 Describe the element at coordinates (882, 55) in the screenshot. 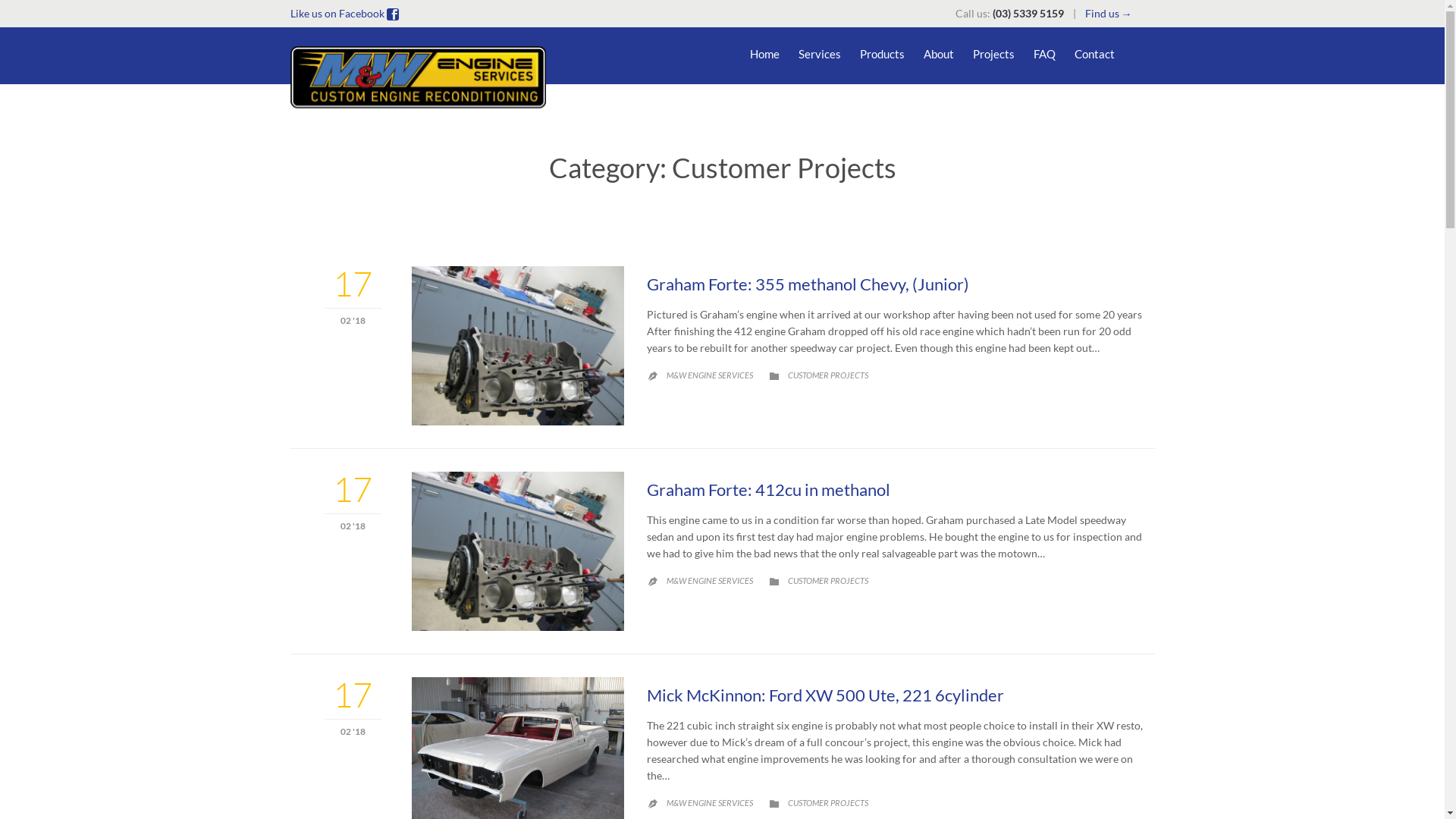

I see `'Products'` at that location.